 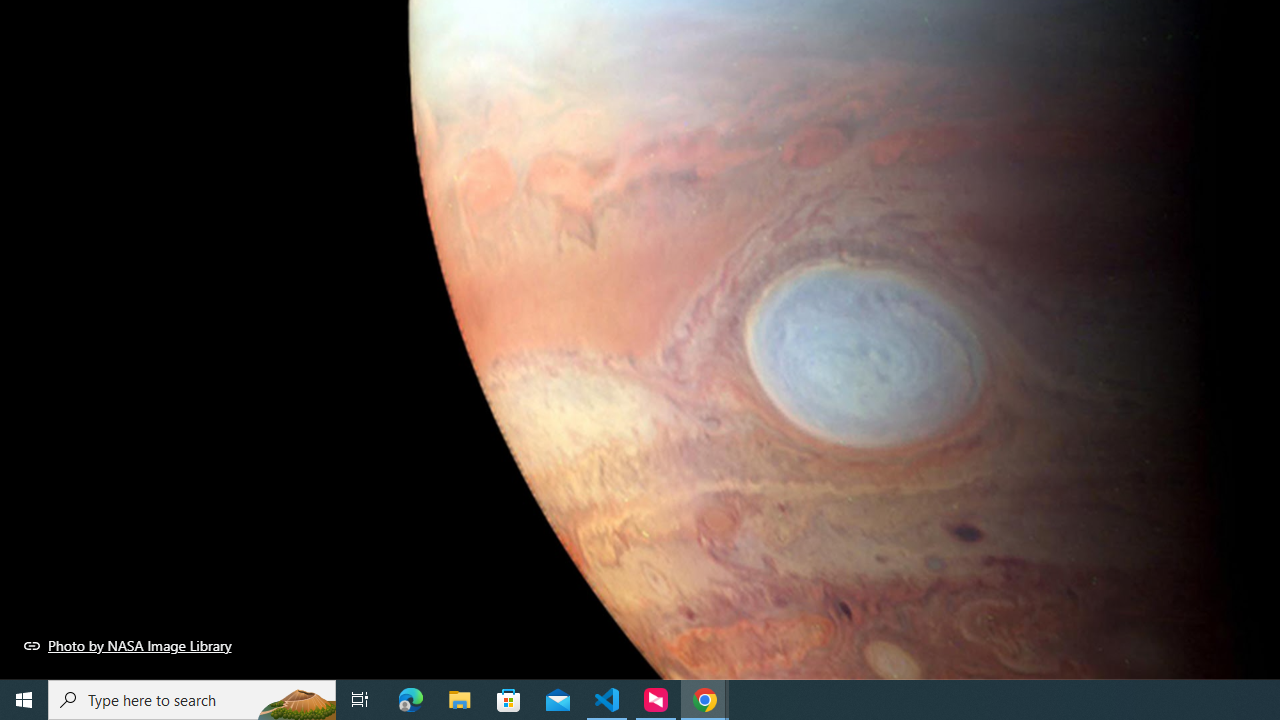 What do you see at coordinates (127, 645) in the screenshot?
I see `'Photo by NASA Image Library'` at bounding box center [127, 645].